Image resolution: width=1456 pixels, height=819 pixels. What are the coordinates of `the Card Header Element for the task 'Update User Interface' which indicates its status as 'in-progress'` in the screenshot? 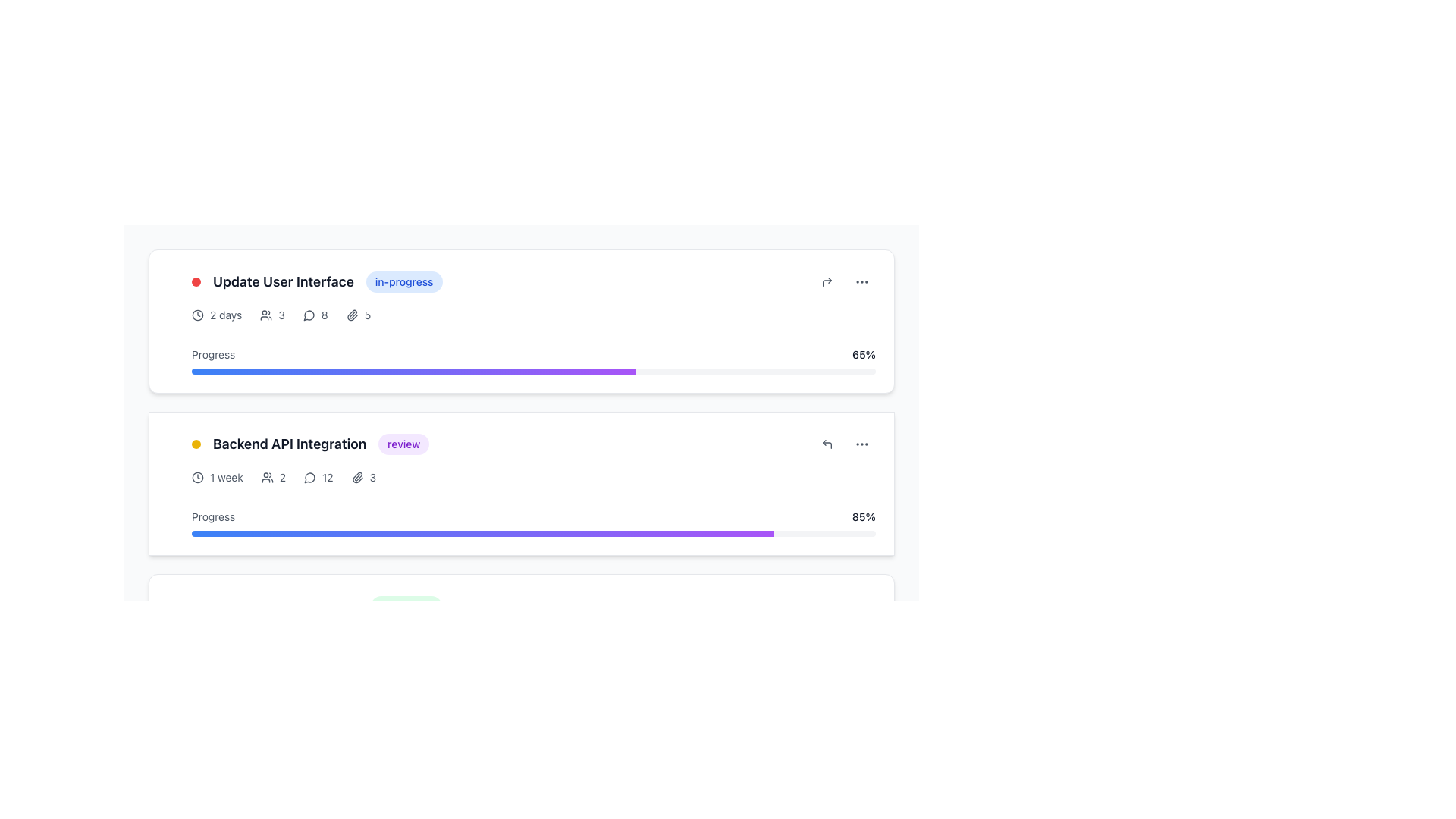 It's located at (316, 281).